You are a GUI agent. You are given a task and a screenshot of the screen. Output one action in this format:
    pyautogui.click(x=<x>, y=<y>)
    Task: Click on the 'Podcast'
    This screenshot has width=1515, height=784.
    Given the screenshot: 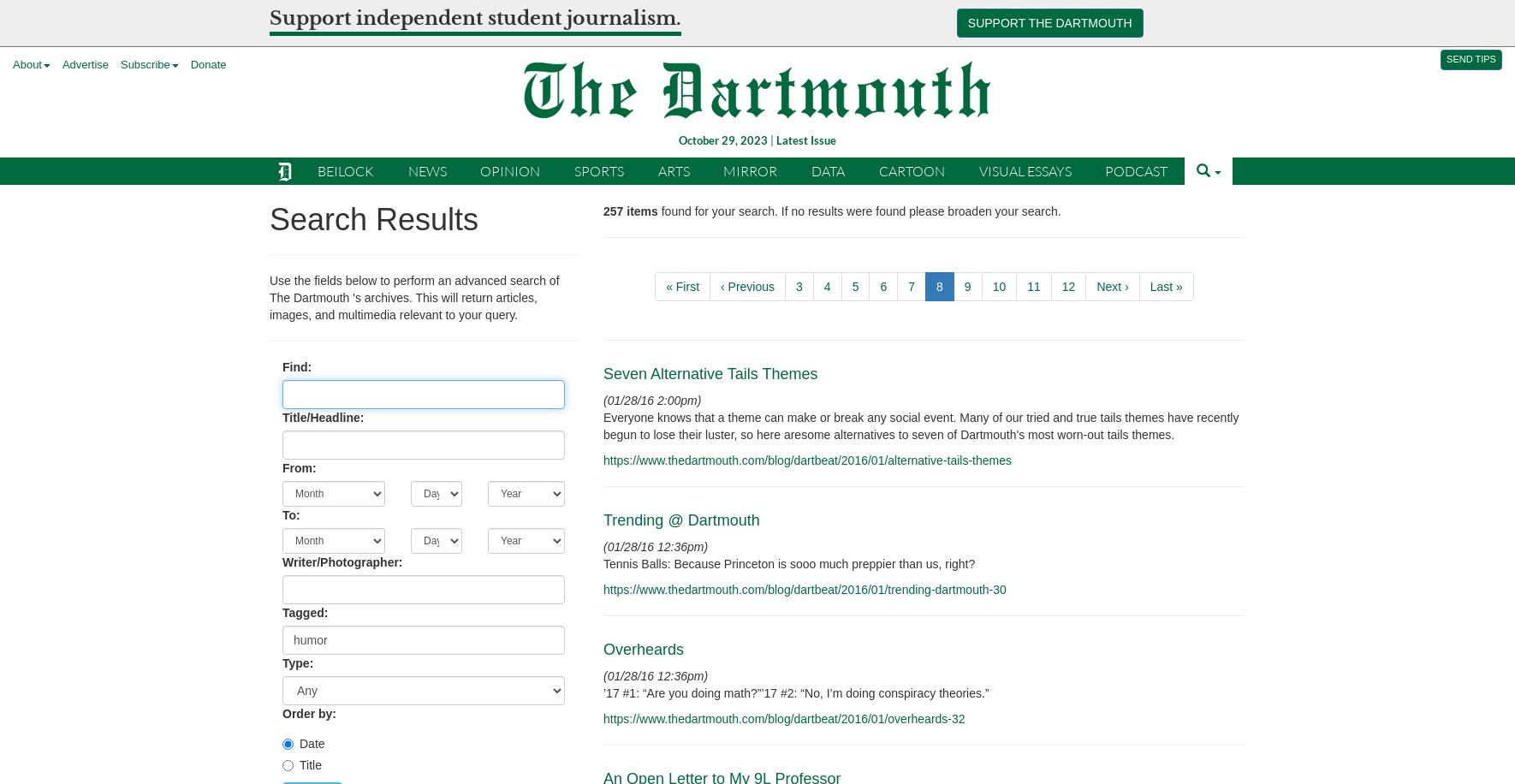 What is the action you would take?
    pyautogui.click(x=1135, y=169)
    